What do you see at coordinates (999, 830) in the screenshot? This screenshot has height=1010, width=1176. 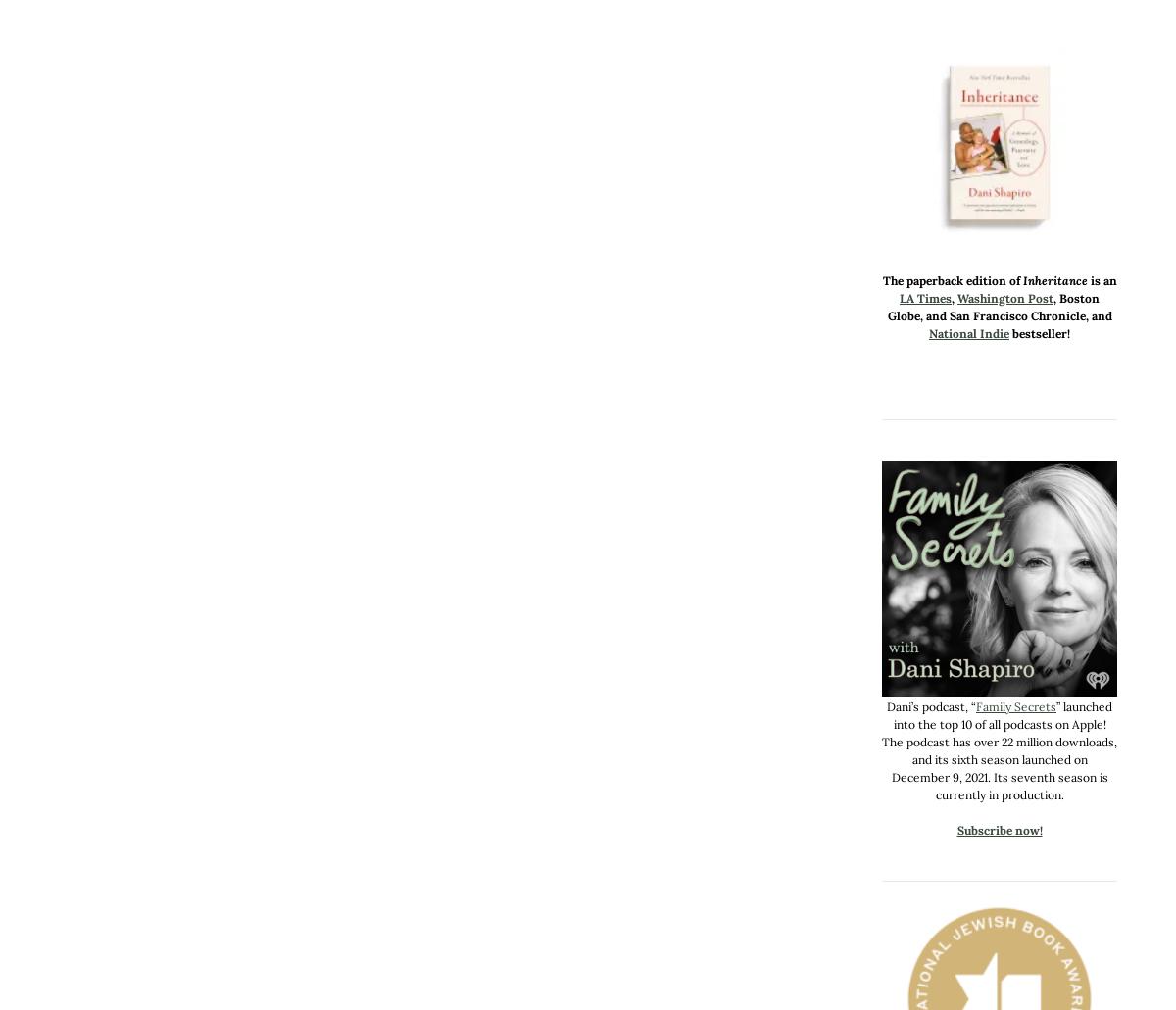 I see `'Subscribe now!'` at bounding box center [999, 830].